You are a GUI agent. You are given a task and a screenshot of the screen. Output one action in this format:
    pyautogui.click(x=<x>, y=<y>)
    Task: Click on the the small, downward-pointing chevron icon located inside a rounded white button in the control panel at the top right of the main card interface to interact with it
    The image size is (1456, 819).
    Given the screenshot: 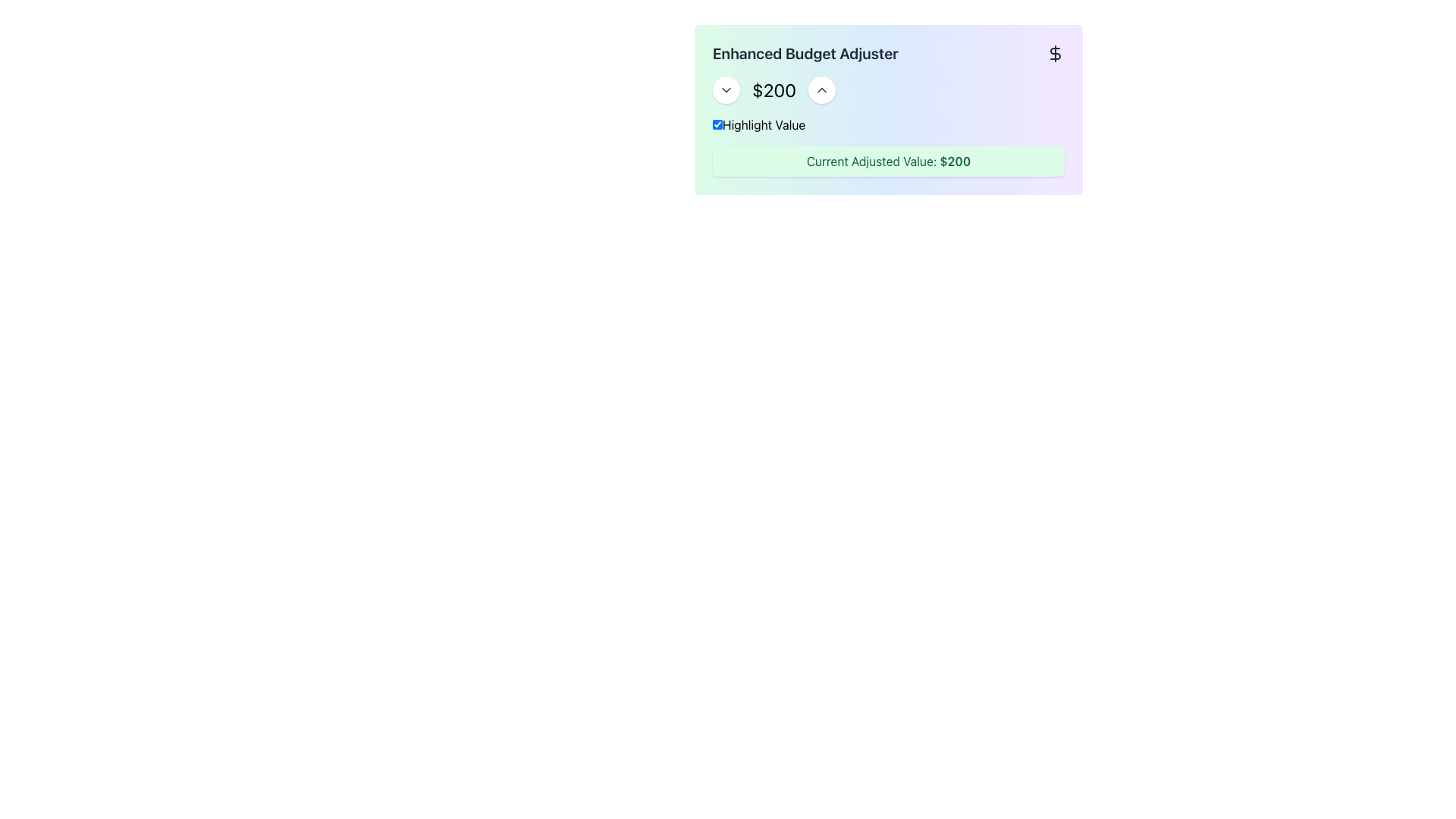 What is the action you would take?
    pyautogui.click(x=726, y=90)
    